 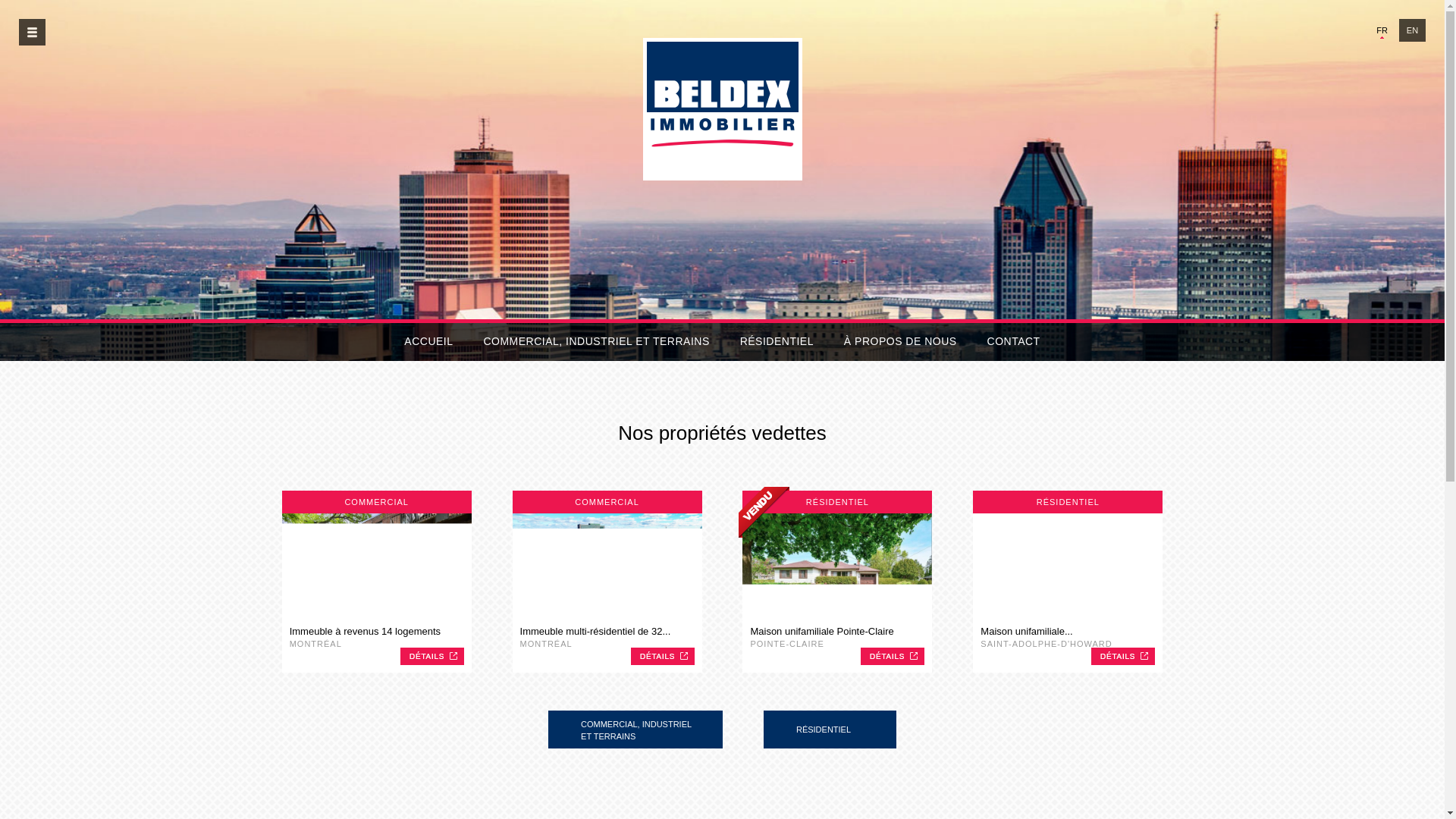 I want to click on 'Beldex Immobilier', so click(x=722, y=108).